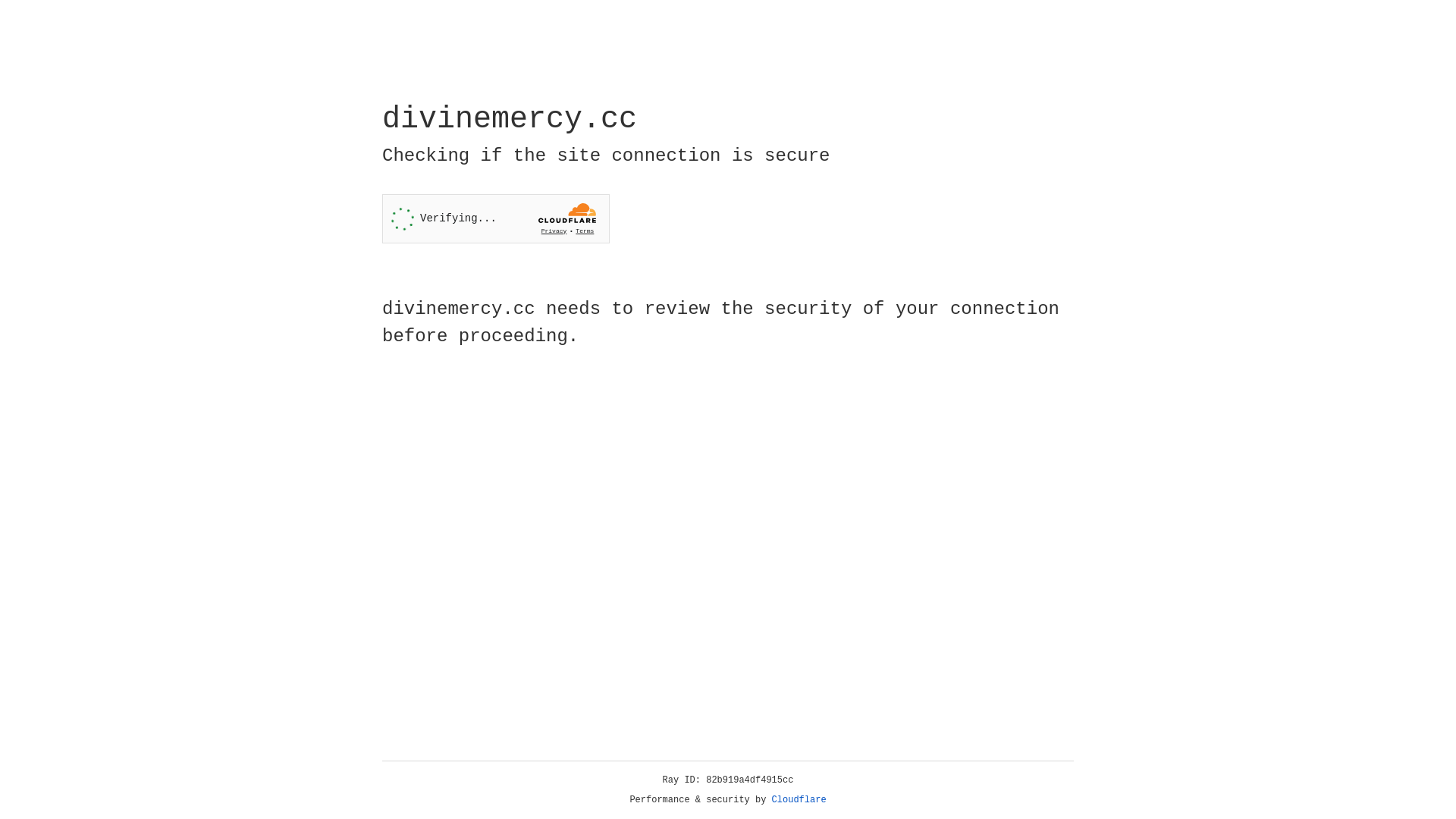 This screenshot has height=819, width=1456. What do you see at coordinates (771, 799) in the screenshot?
I see `'Cloudflare'` at bounding box center [771, 799].